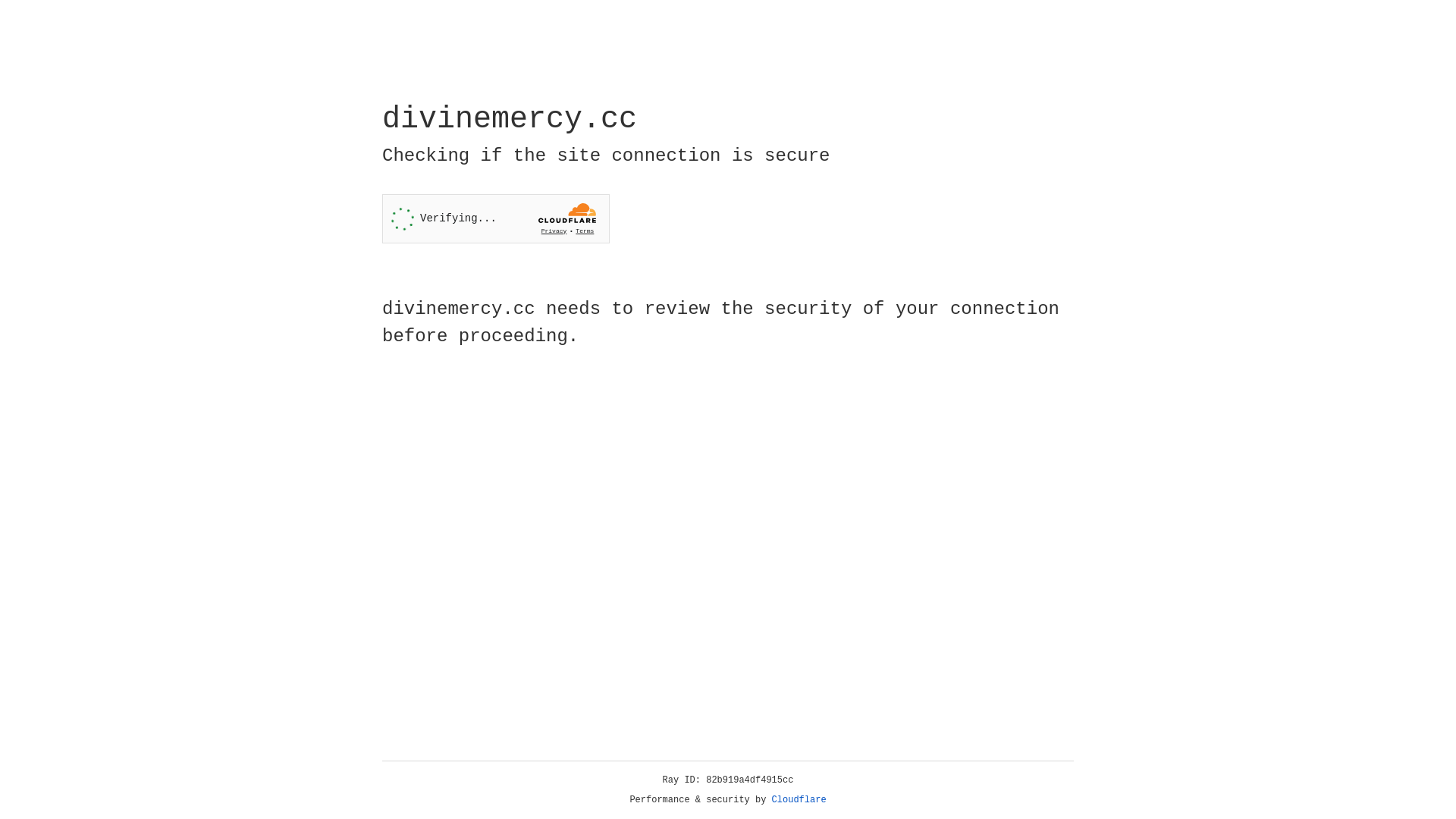 This screenshot has height=819, width=1456. What do you see at coordinates (771, 799) in the screenshot?
I see `'Cloudflare'` at bounding box center [771, 799].